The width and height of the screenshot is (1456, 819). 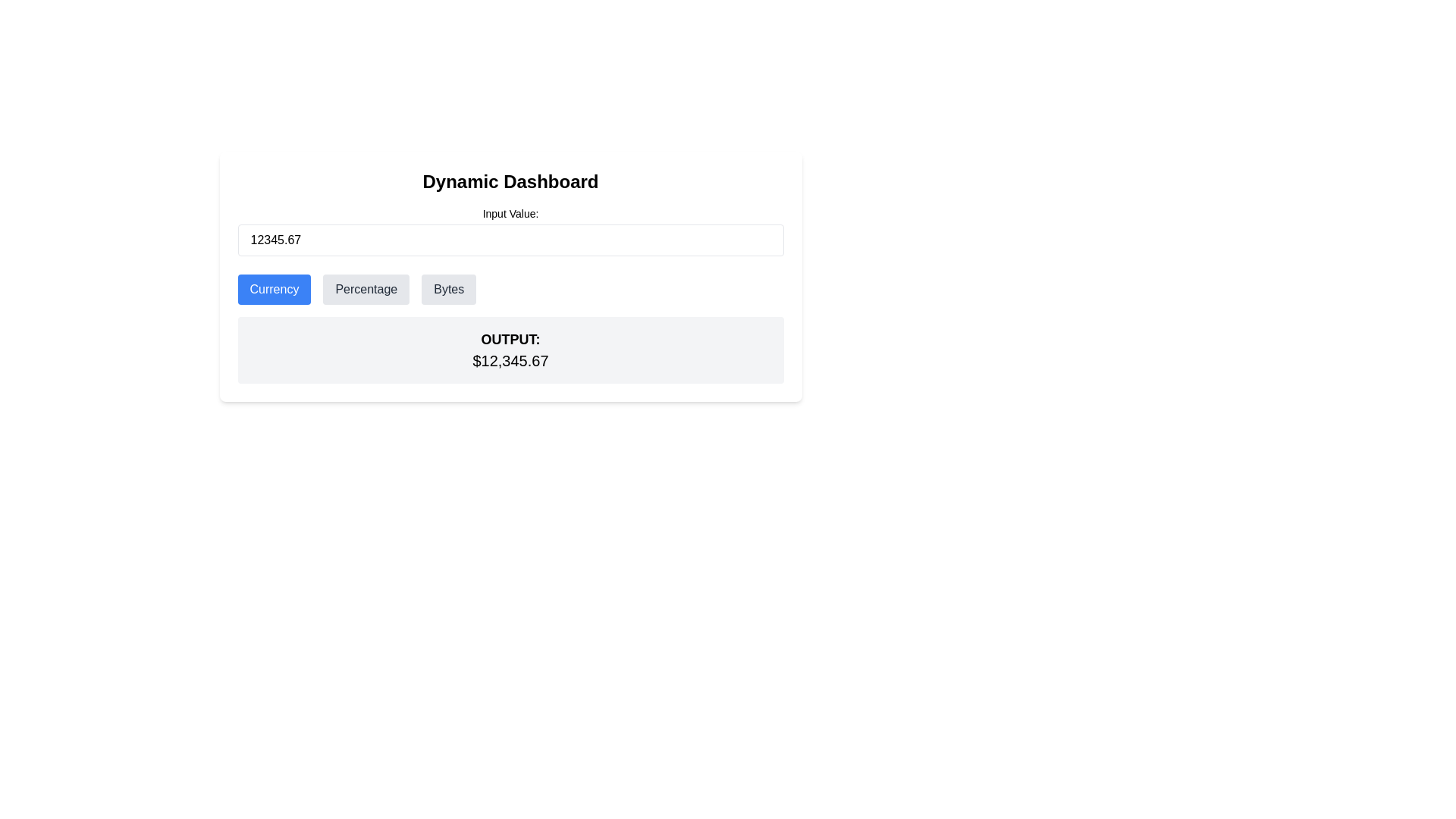 I want to click on the numeric input field located beneath the title 'Dynamic Dashboard' to focus on it, so click(x=510, y=231).